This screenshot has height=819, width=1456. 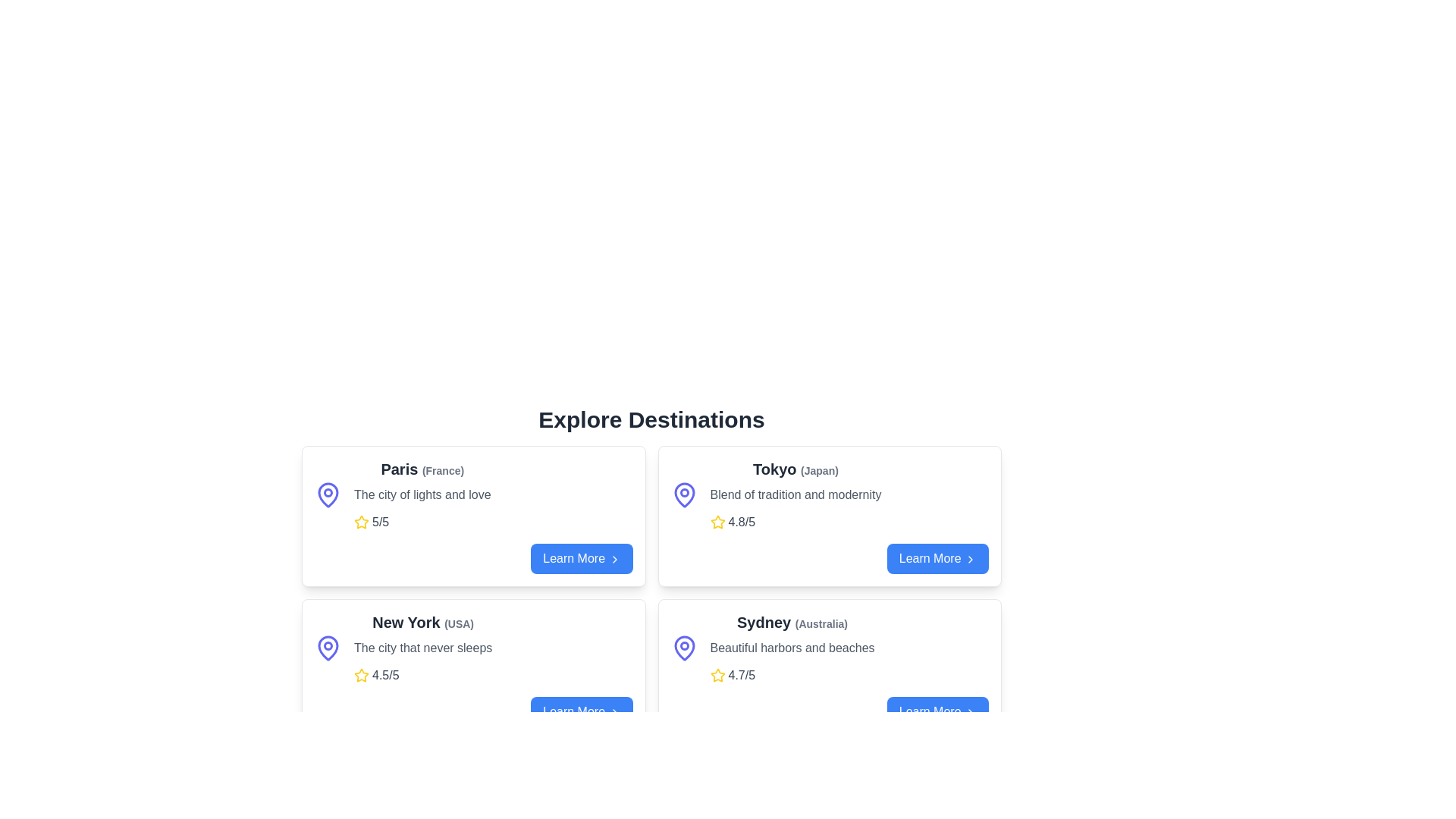 What do you see at coordinates (795, 494) in the screenshot?
I see `the Text display block that shows the title 'Tokyo (Japan)', subtitle 'Blend of tradition and modernity', and rating '4.8/5'` at bounding box center [795, 494].